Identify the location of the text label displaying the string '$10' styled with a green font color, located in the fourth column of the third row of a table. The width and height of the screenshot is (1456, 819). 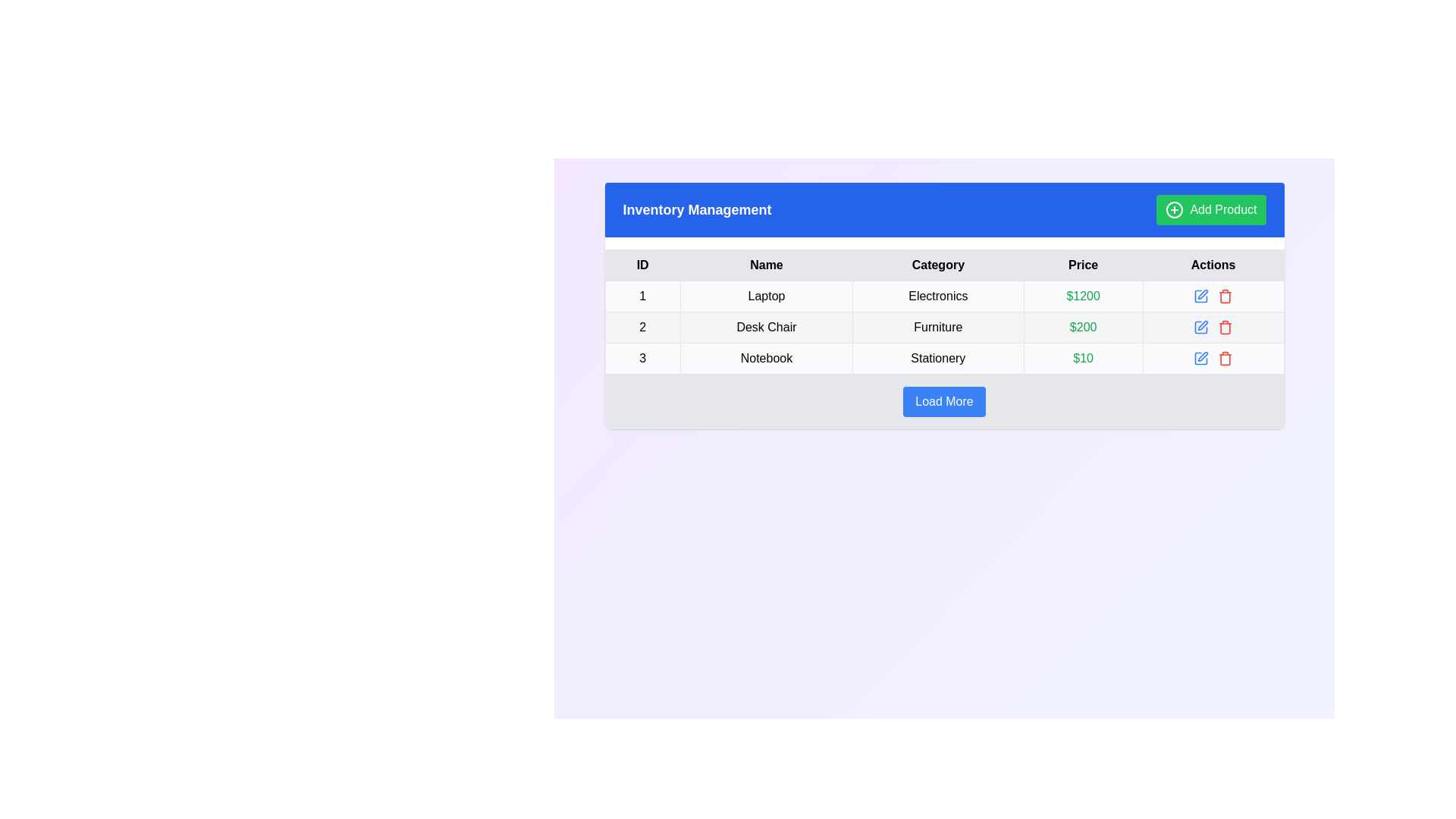
(1082, 359).